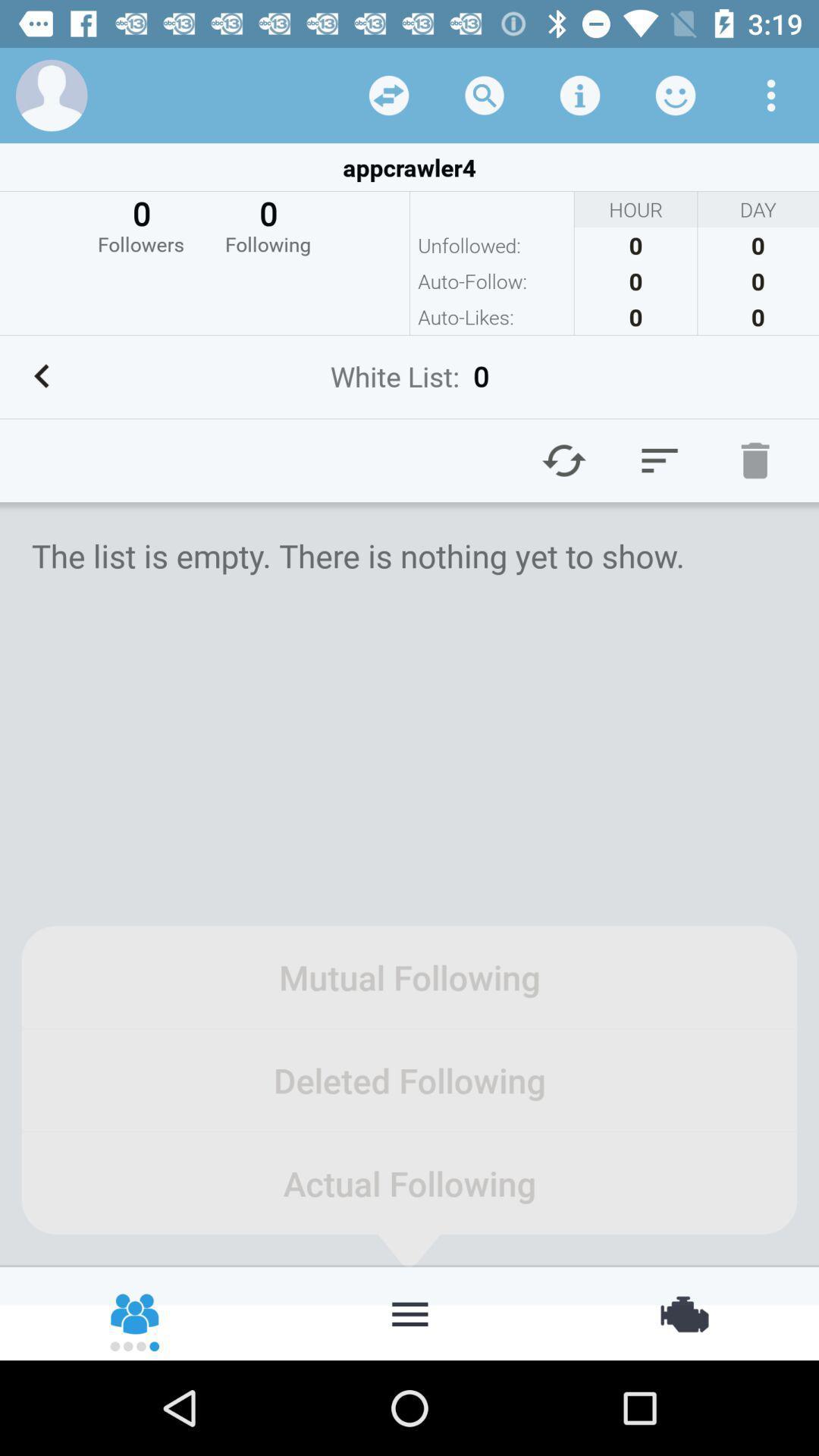  What do you see at coordinates (51, 94) in the screenshot?
I see `account` at bounding box center [51, 94].